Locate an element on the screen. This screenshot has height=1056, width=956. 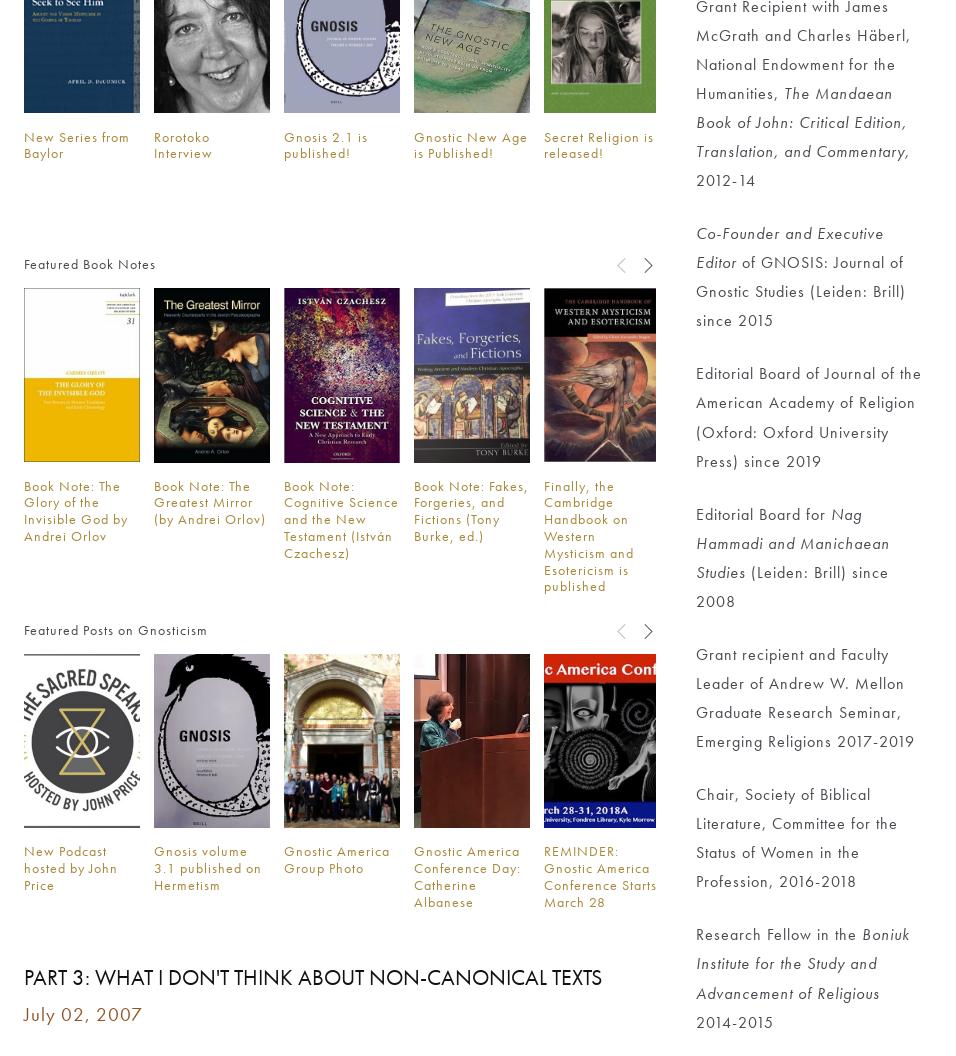
'Book Note: Cognitive Science and the New Testament (István Czachesz)' is located at coordinates (339, 517).